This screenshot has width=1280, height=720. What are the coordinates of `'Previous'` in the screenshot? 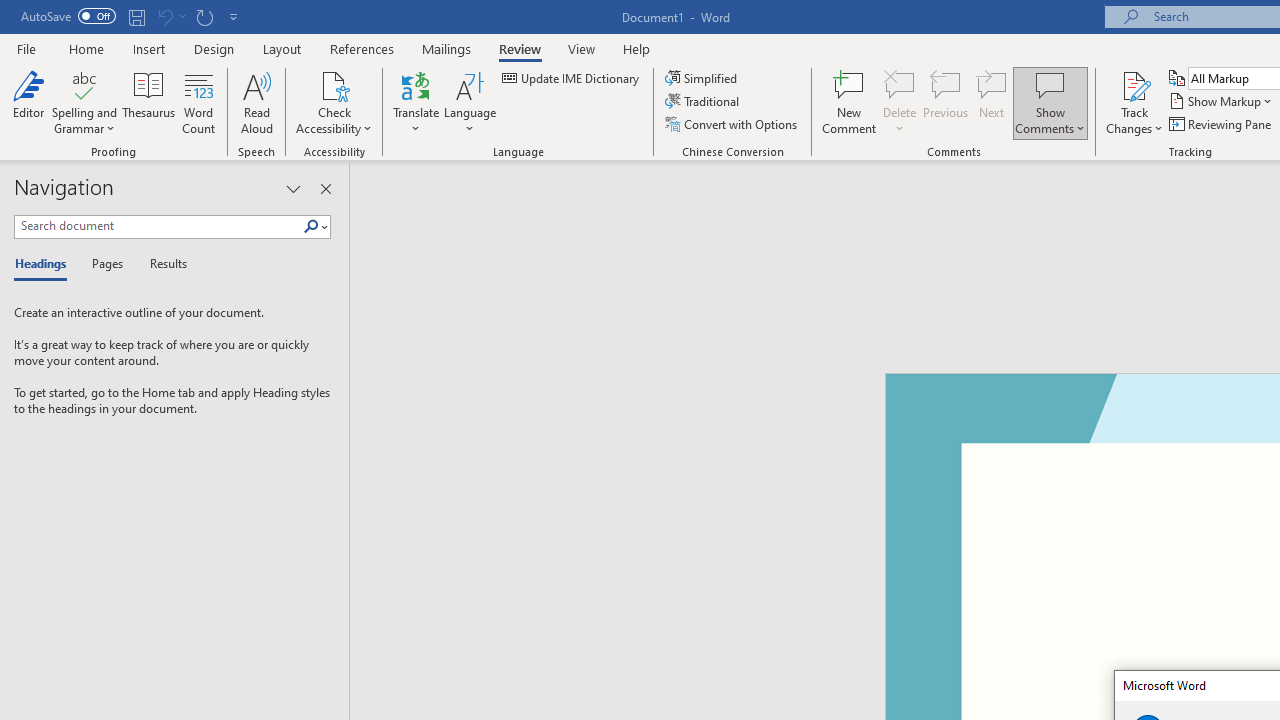 It's located at (945, 103).